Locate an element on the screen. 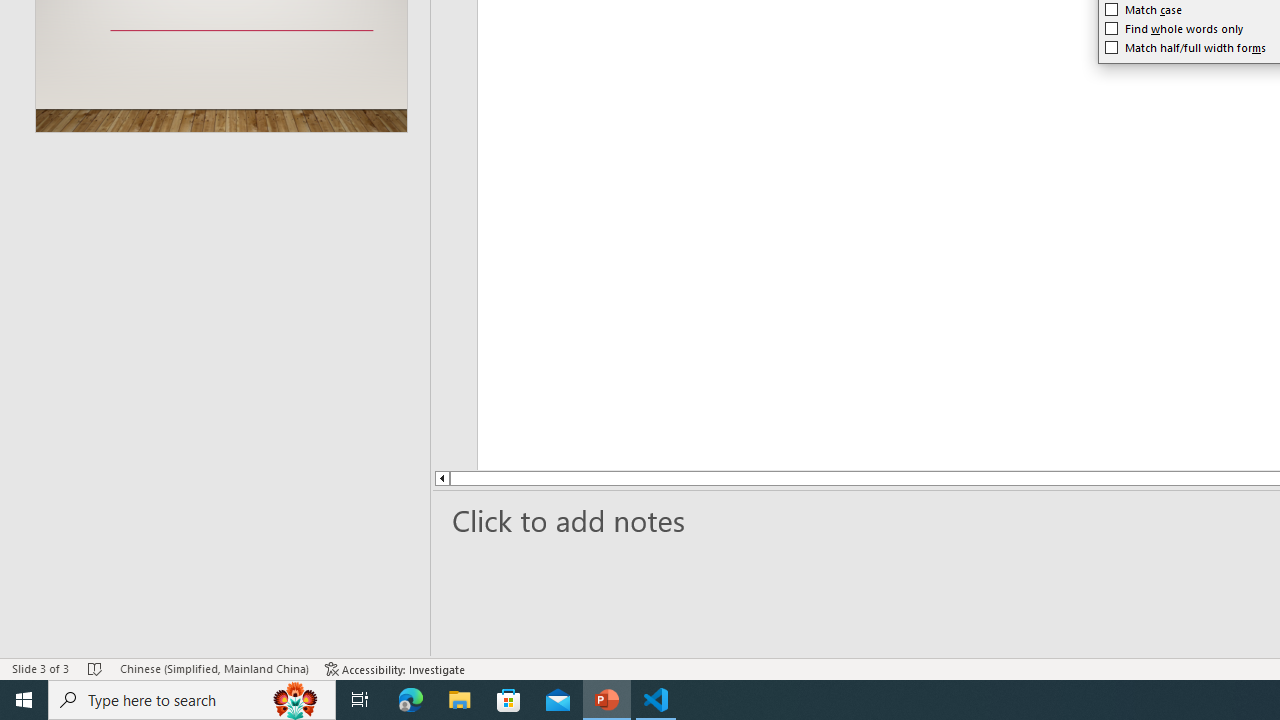 Image resolution: width=1280 pixels, height=720 pixels. 'Find whole words only' is located at coordinates (1175, 28).